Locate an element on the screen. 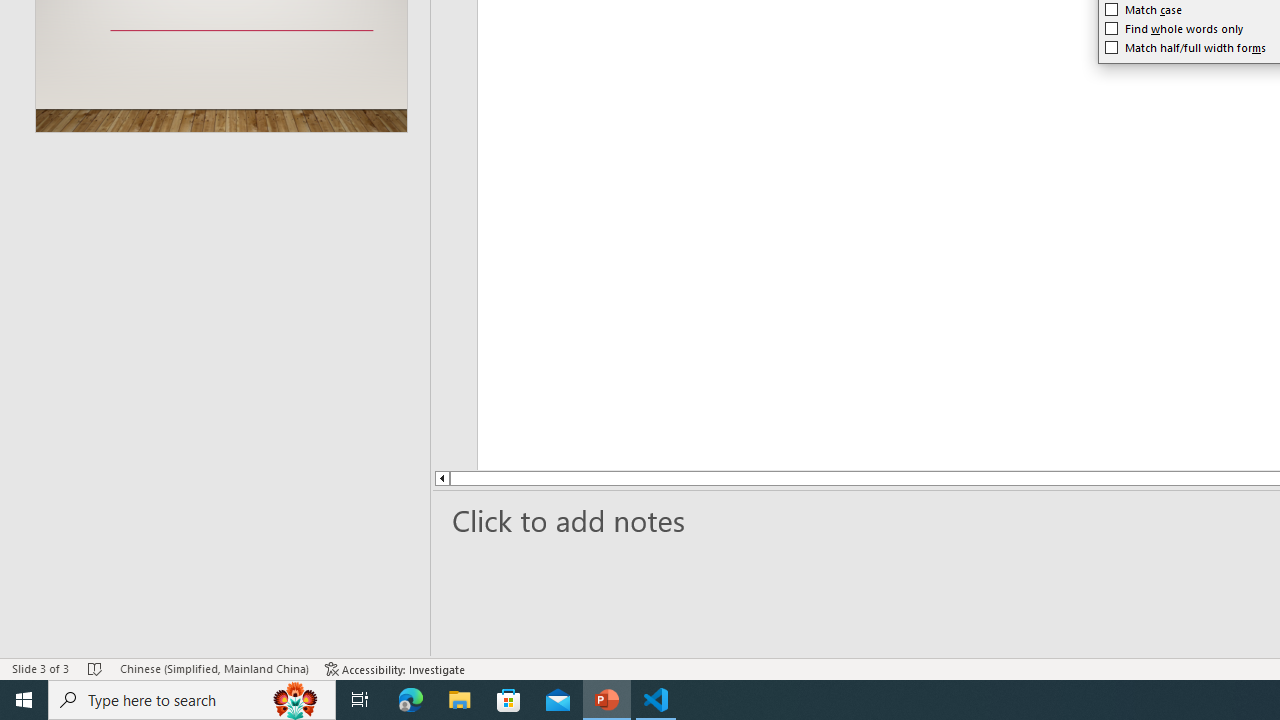 Image resolution: width=1280 pixels, height=720 pixels. 'Find whole words only' is located at coordinates (1175, 28).